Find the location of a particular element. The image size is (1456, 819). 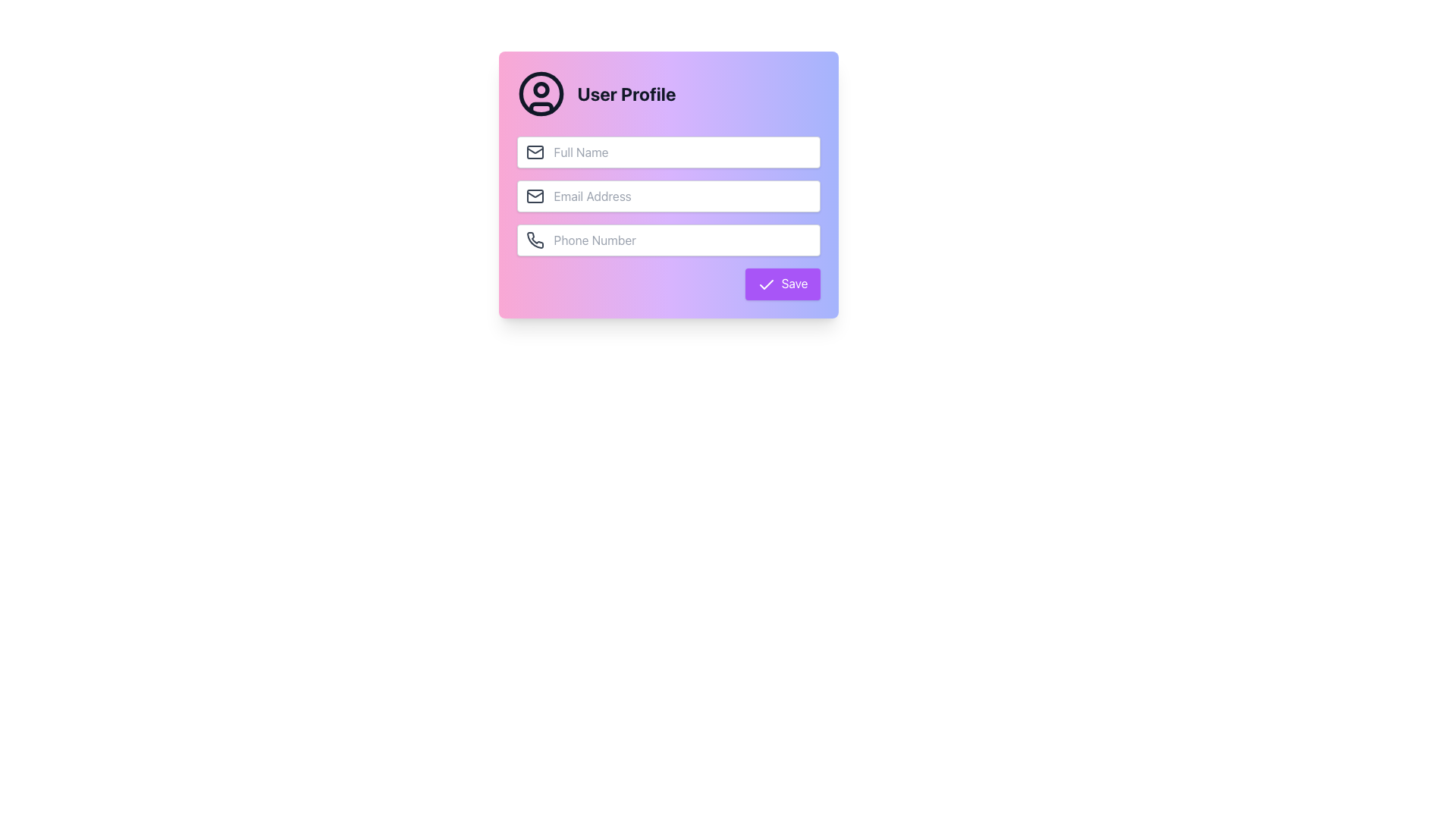

the SVG circle graphical component representing the head of the user avatar in the user profile icon located at the top-left corner of the card is located at coordinates (541, 89).